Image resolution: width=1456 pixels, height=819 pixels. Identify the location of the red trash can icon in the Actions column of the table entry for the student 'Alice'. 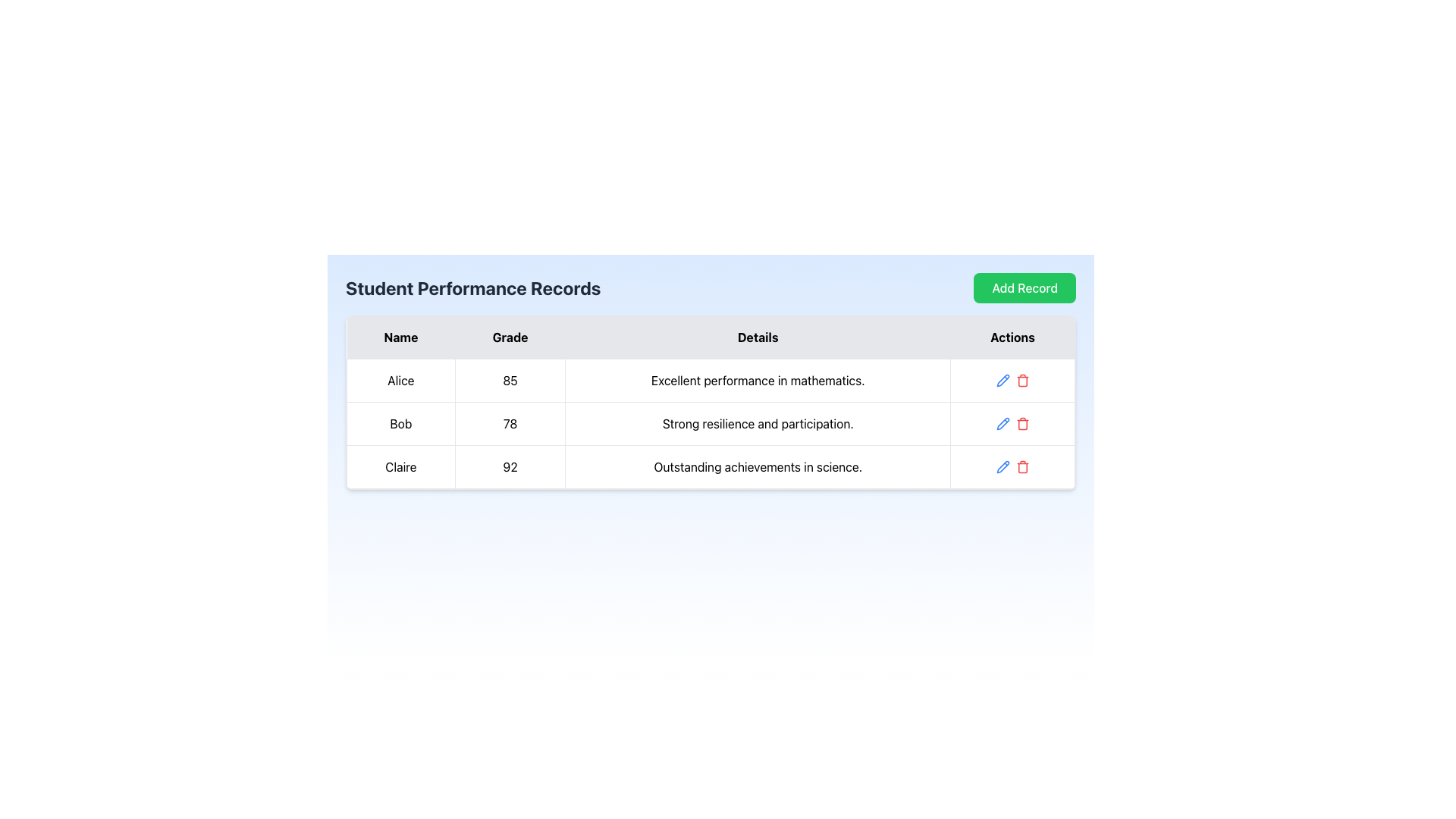
(1022, 379).